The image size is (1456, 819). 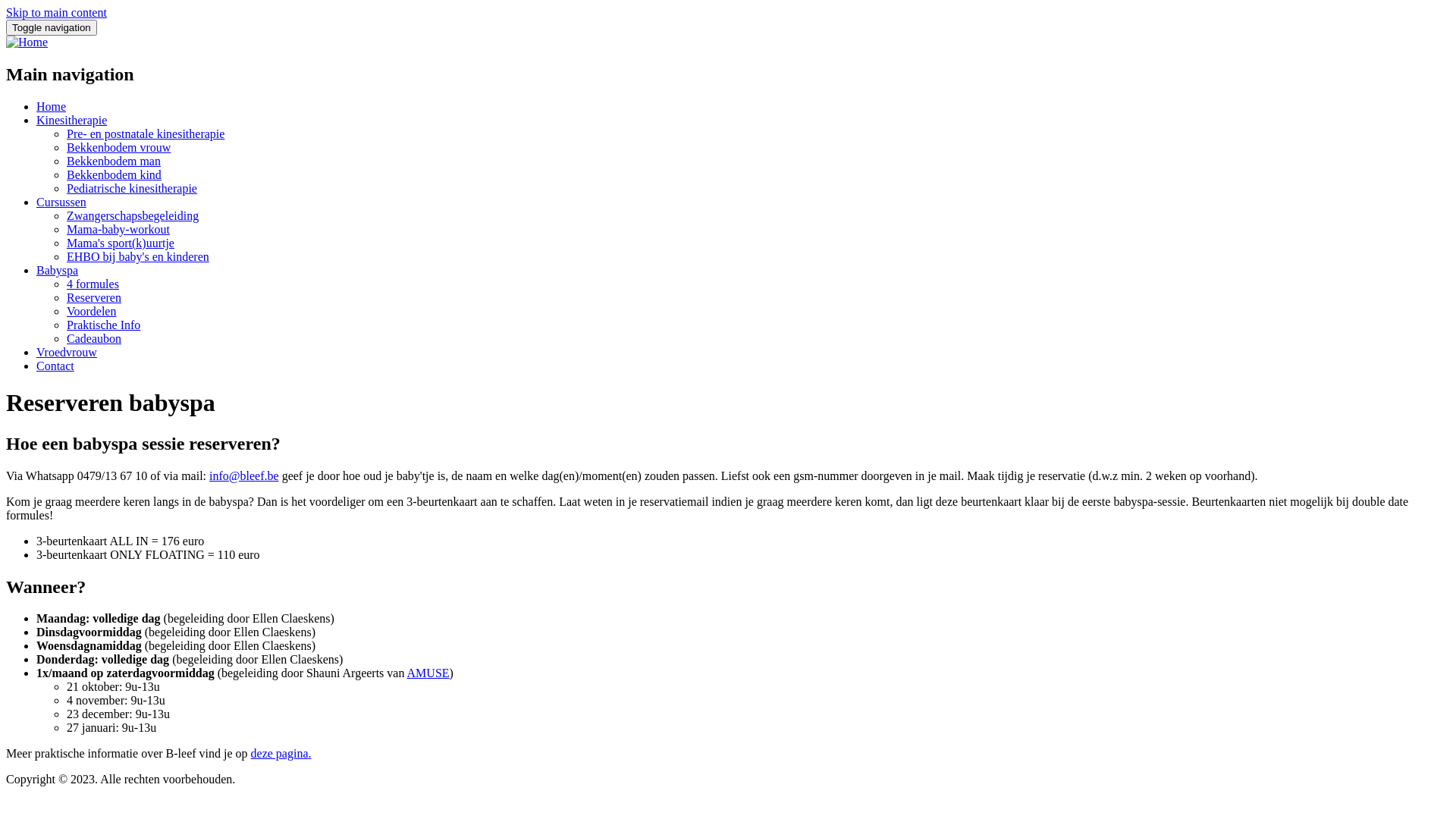 What do you see at coordinates (428, 672) in the screenshot?
I see `'AMUSE'` at bounding box center [428, 672].